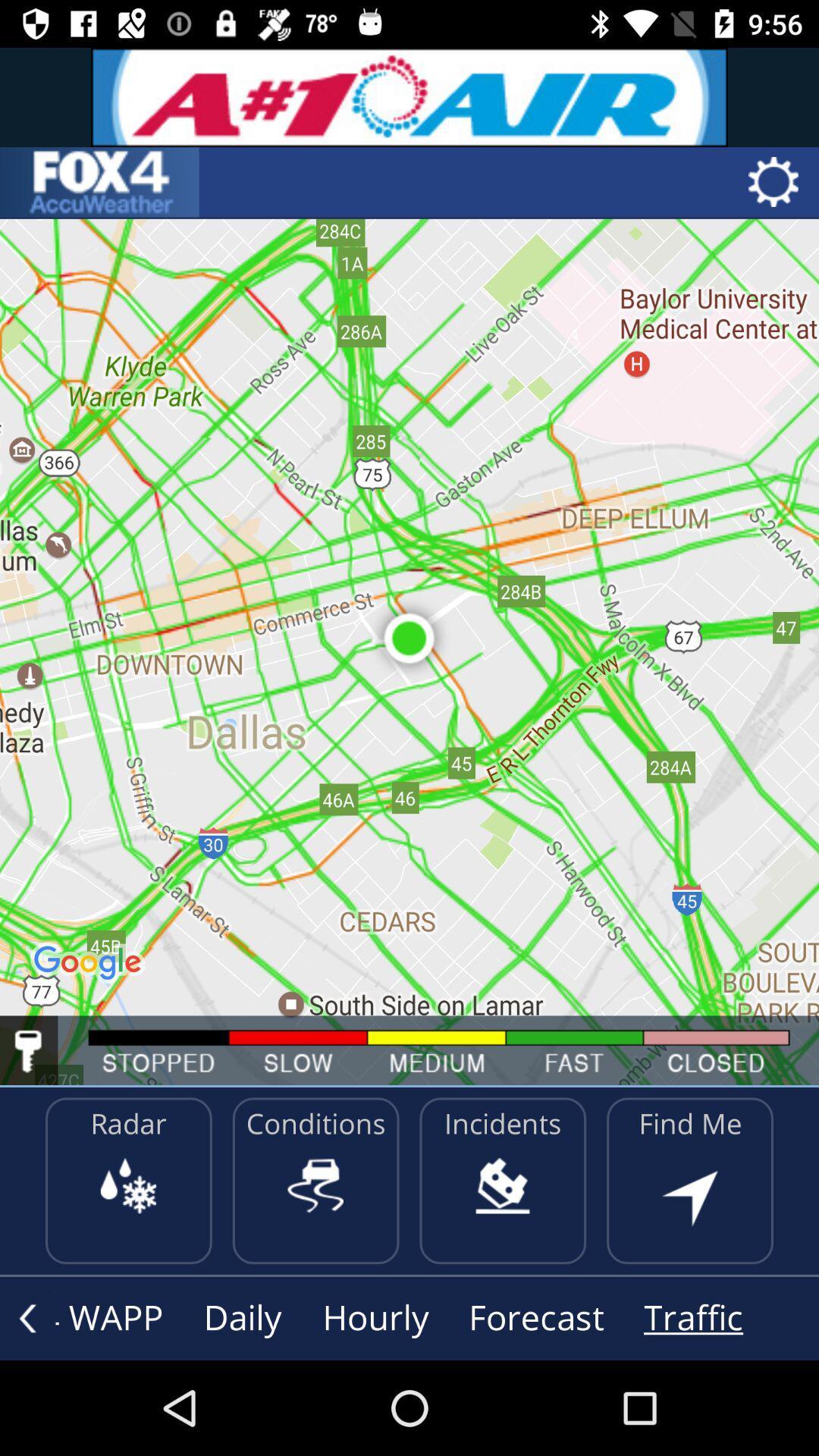 The height and width of the screenshot is (1456, 819). What do you see at coordinates (29, 1050) in the screenshot?
I see `current location of motor vehicle` at bounding box center [29, 1050].